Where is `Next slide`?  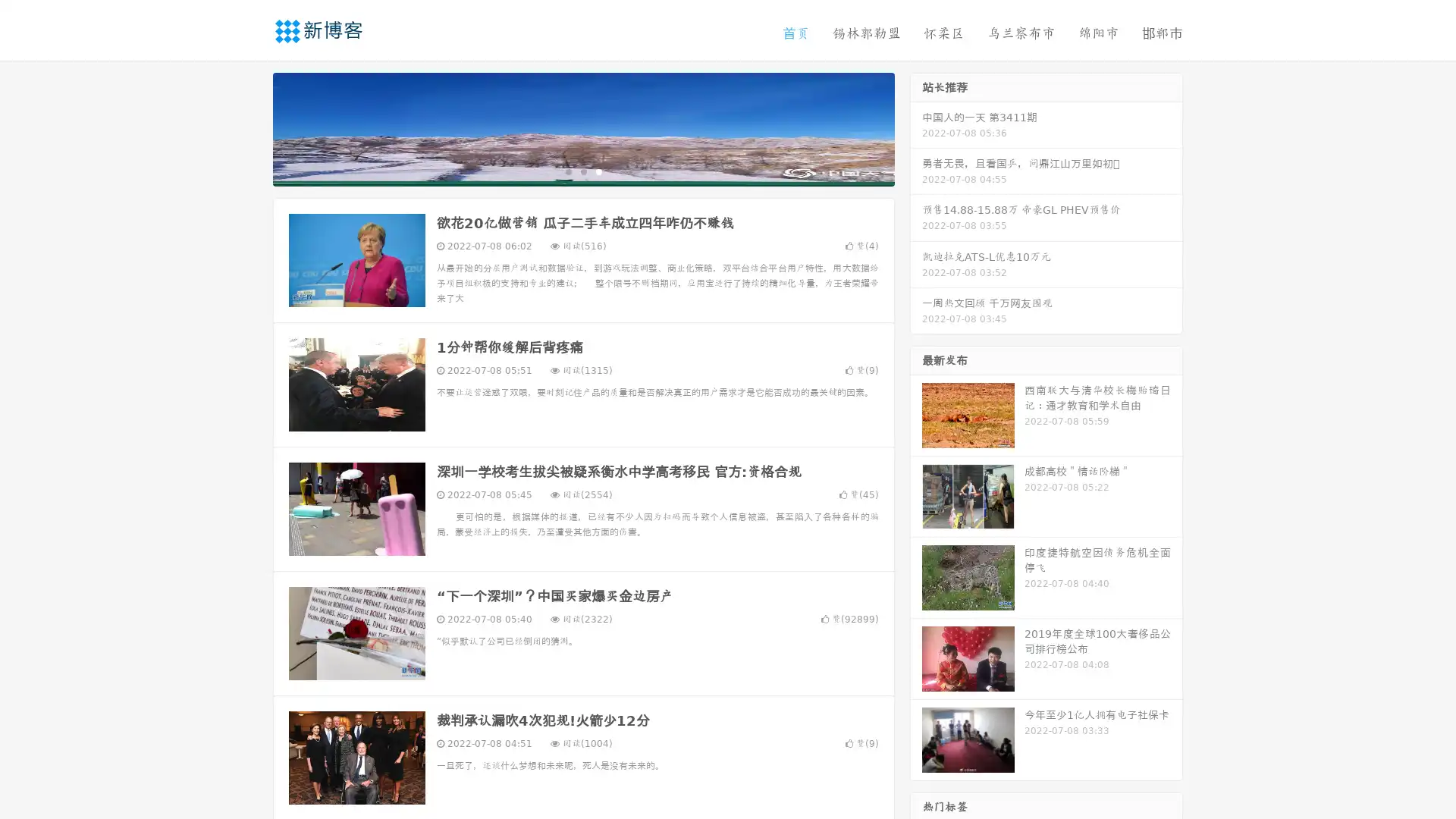 Next slide is located at coordinates (916, 127).